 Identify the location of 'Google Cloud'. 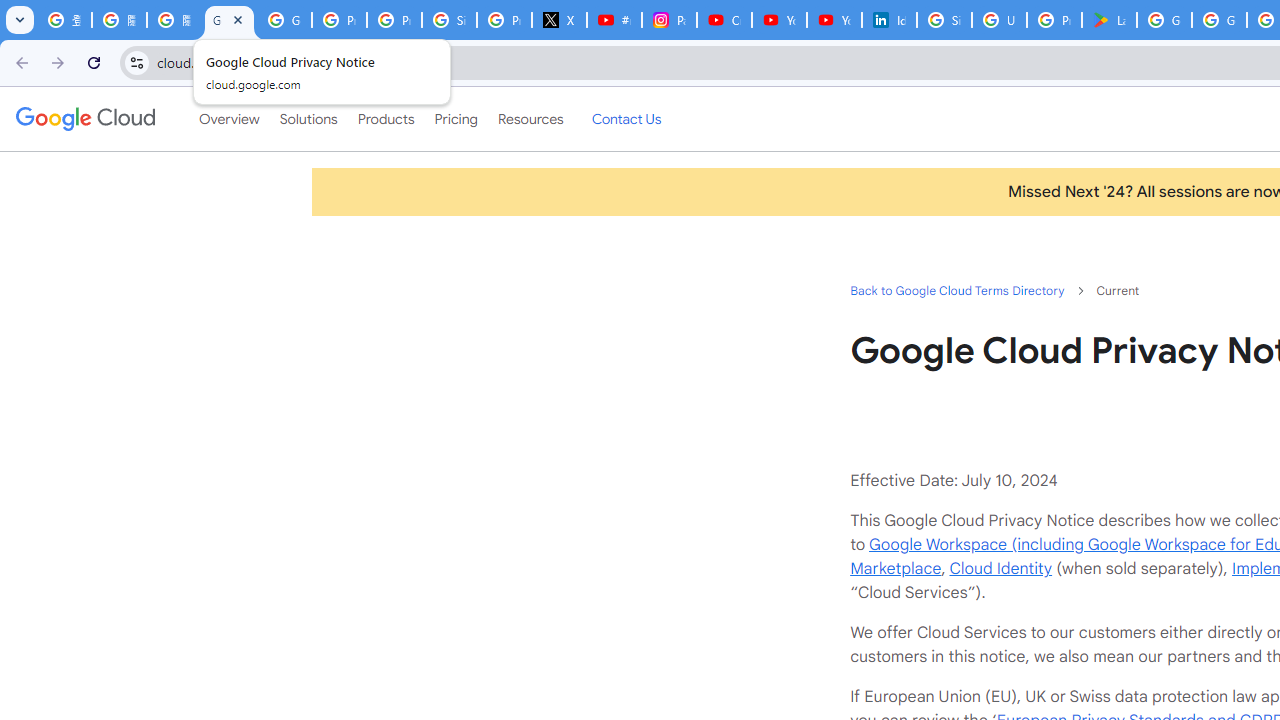
(84, 119).